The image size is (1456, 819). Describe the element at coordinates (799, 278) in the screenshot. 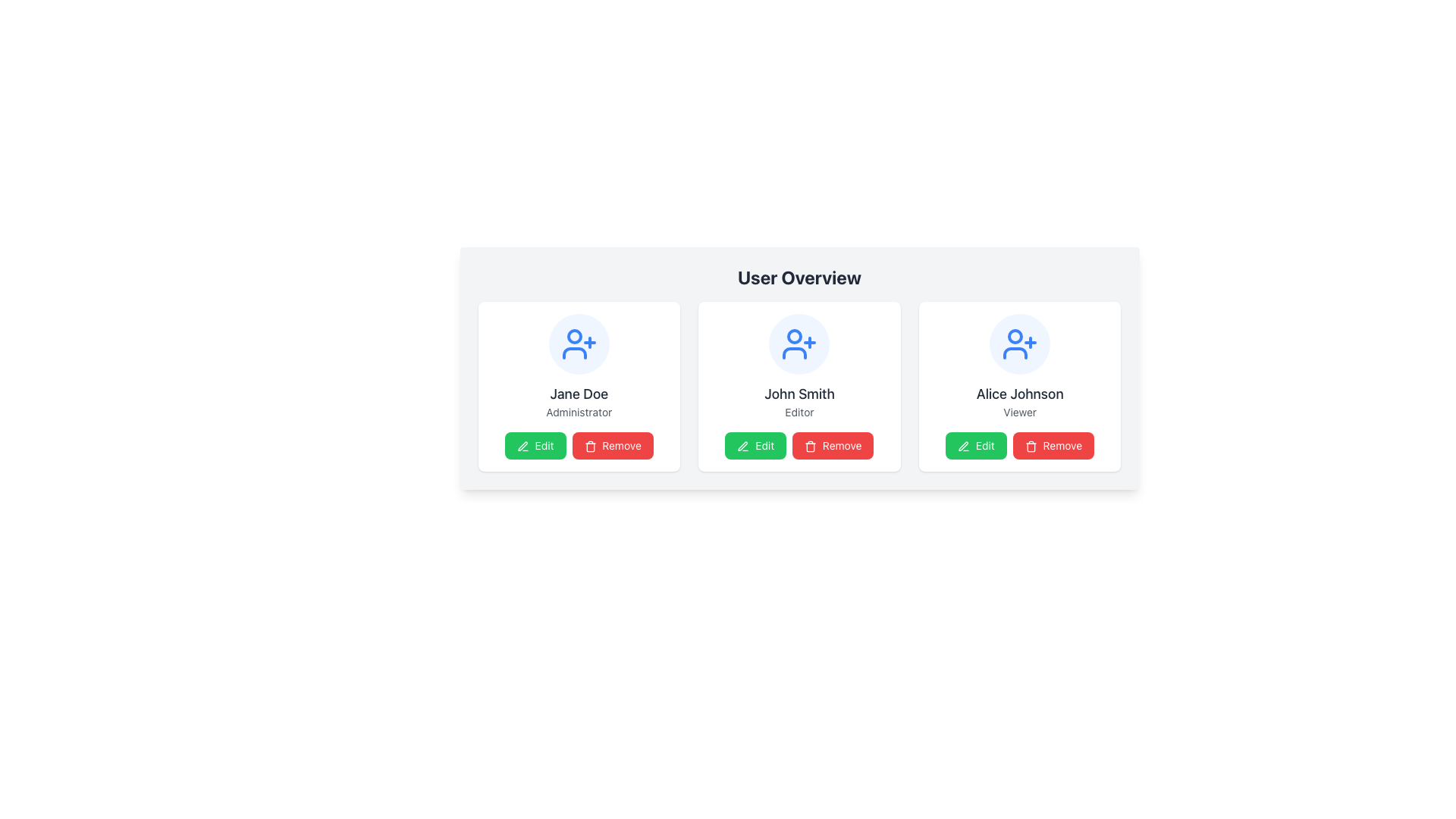

I see `the bold, large text label that reads 'User Overview', which is centered at the top of the section containing user profiles` at that location.